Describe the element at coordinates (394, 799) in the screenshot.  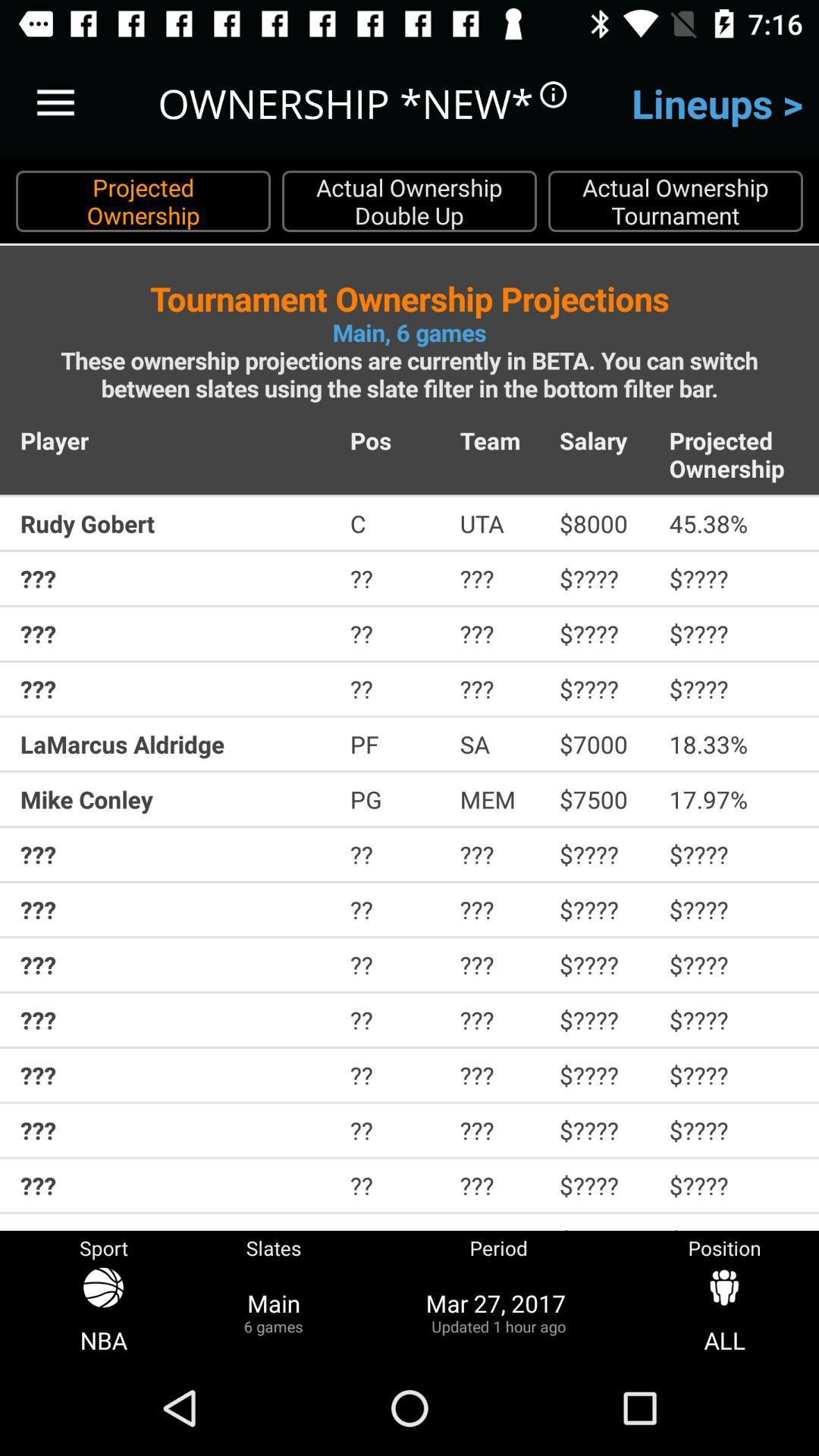
I see `item next to mike conley icon` at that location.